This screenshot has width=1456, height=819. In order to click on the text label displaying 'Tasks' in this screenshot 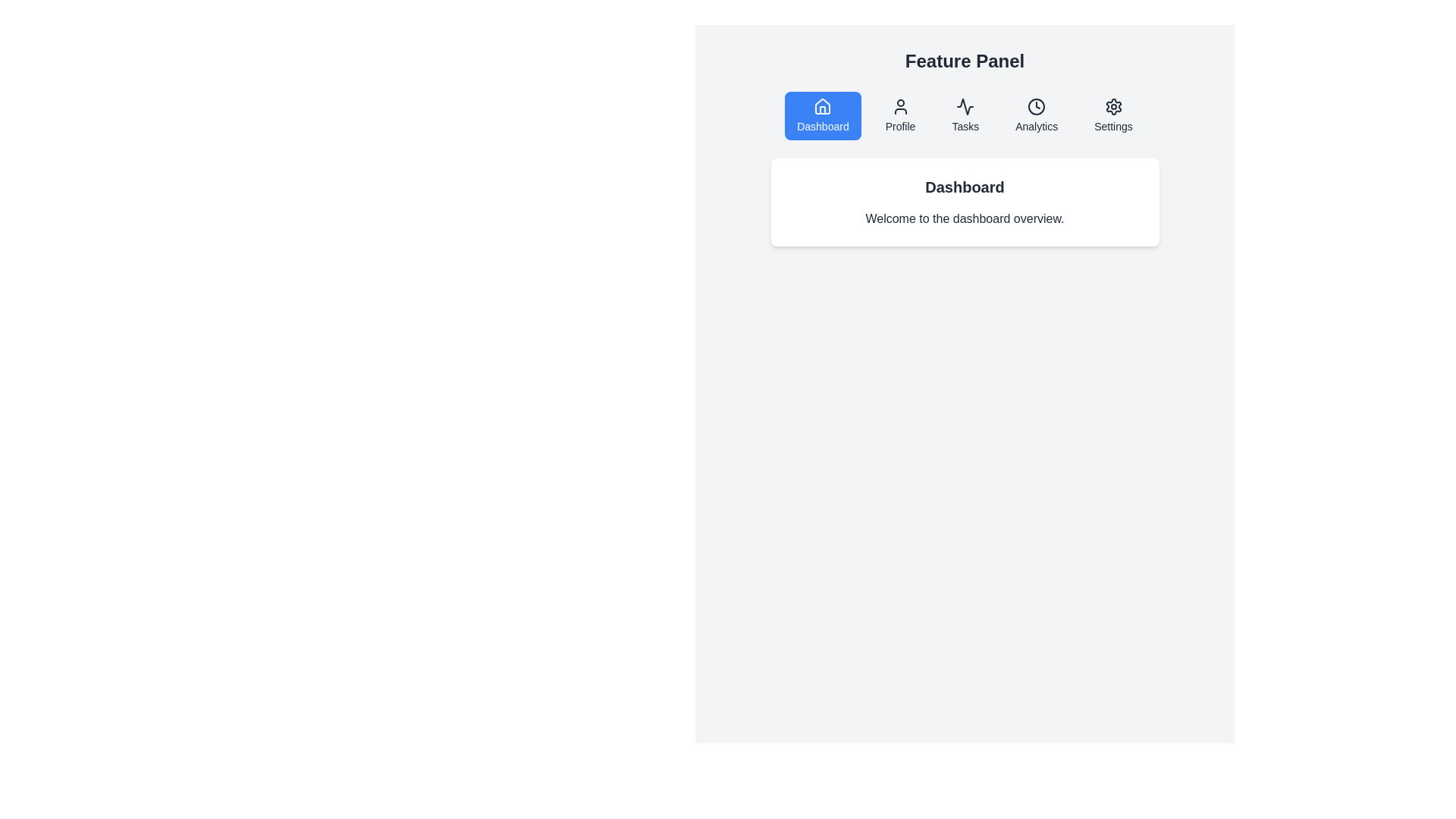, I will do `click(965, 125)`.